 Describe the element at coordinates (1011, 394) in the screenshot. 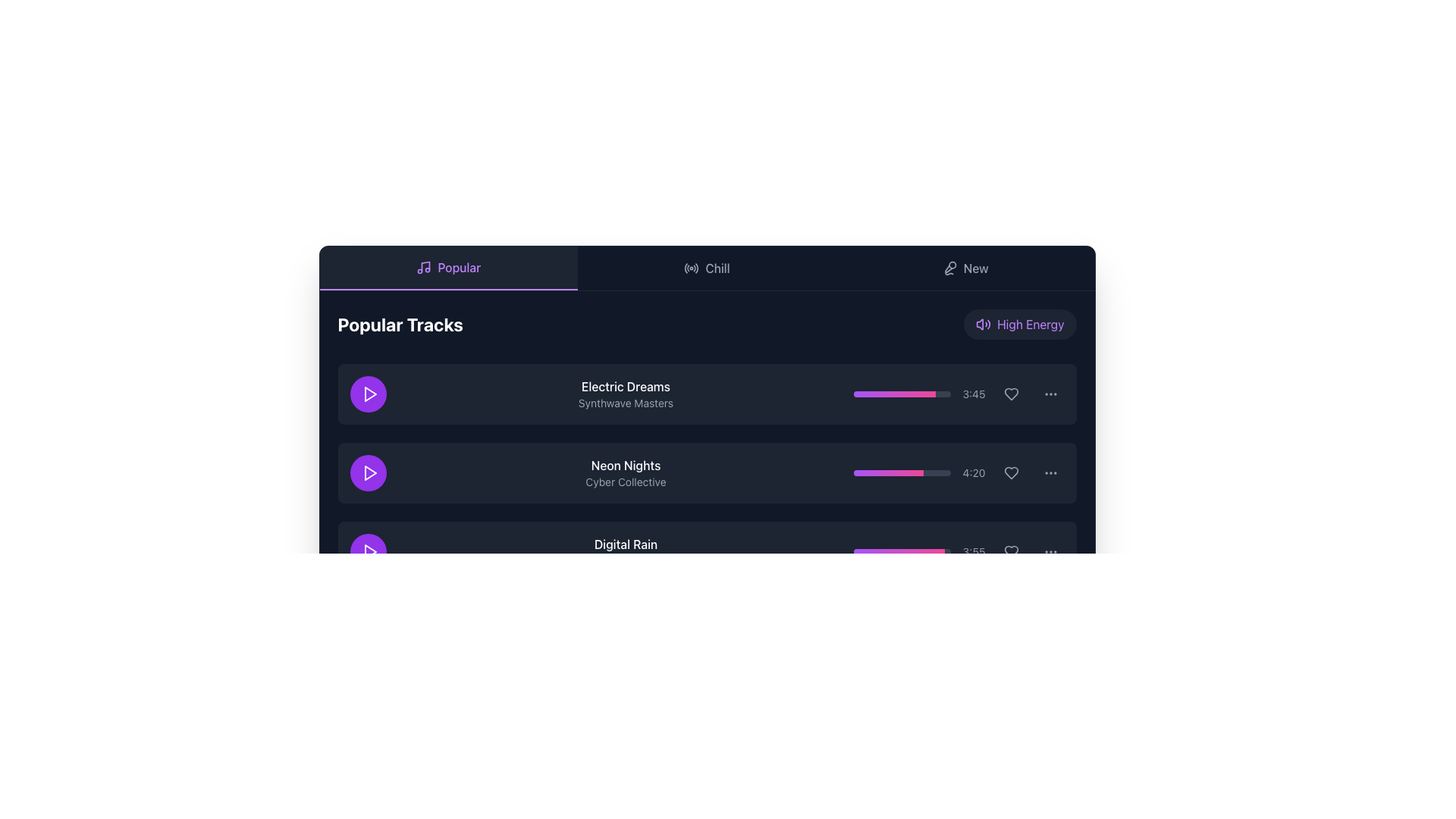

I see `the first interactive heart-shaped icon to mark the associated song as a favorite, positioned immediately to the right of the '3:45' timestamp and to the left of the ellipsis icon` at that location.